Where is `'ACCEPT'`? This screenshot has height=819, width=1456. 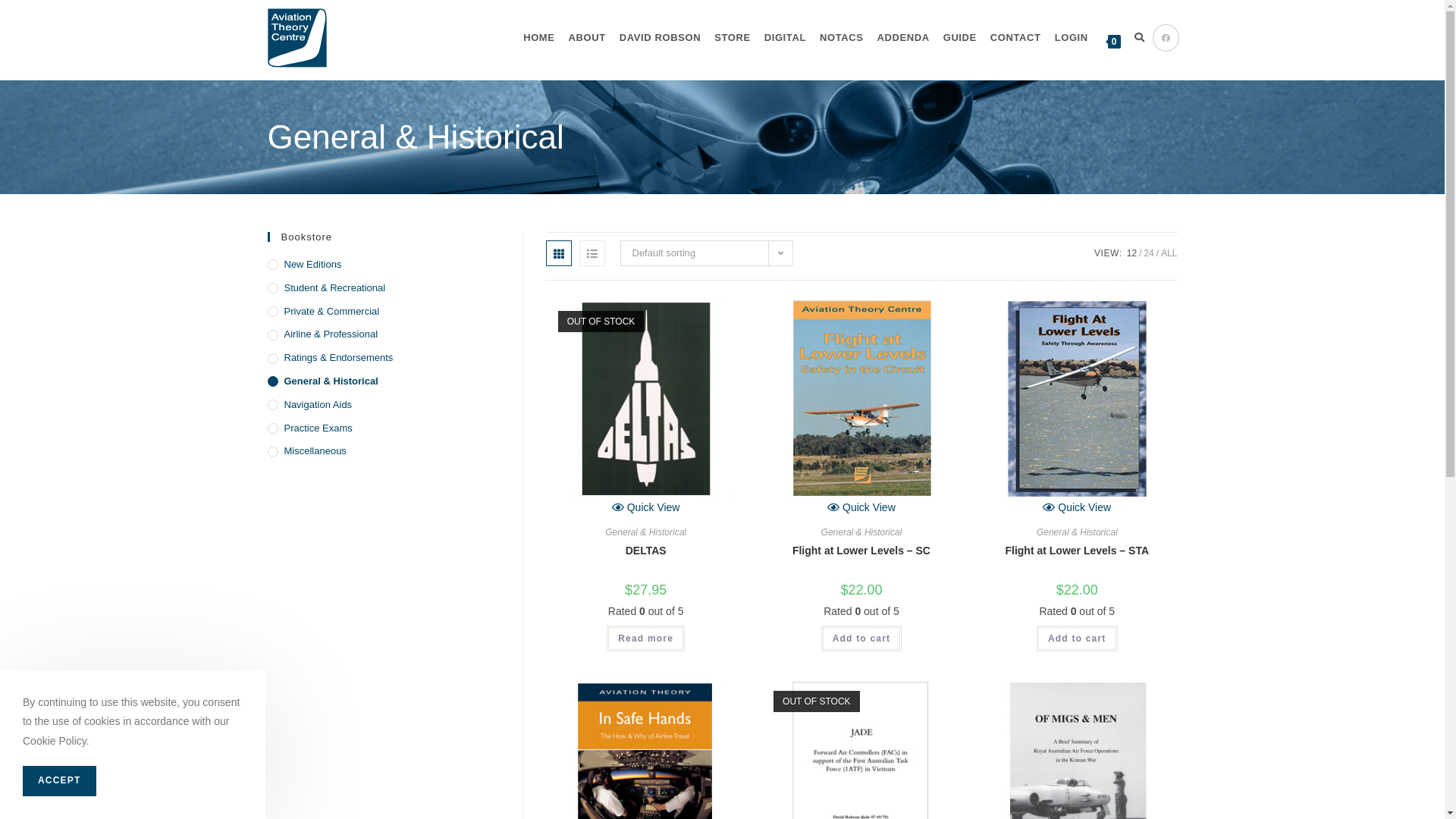
'ACCEPT' is located at coordinates (59, 780).